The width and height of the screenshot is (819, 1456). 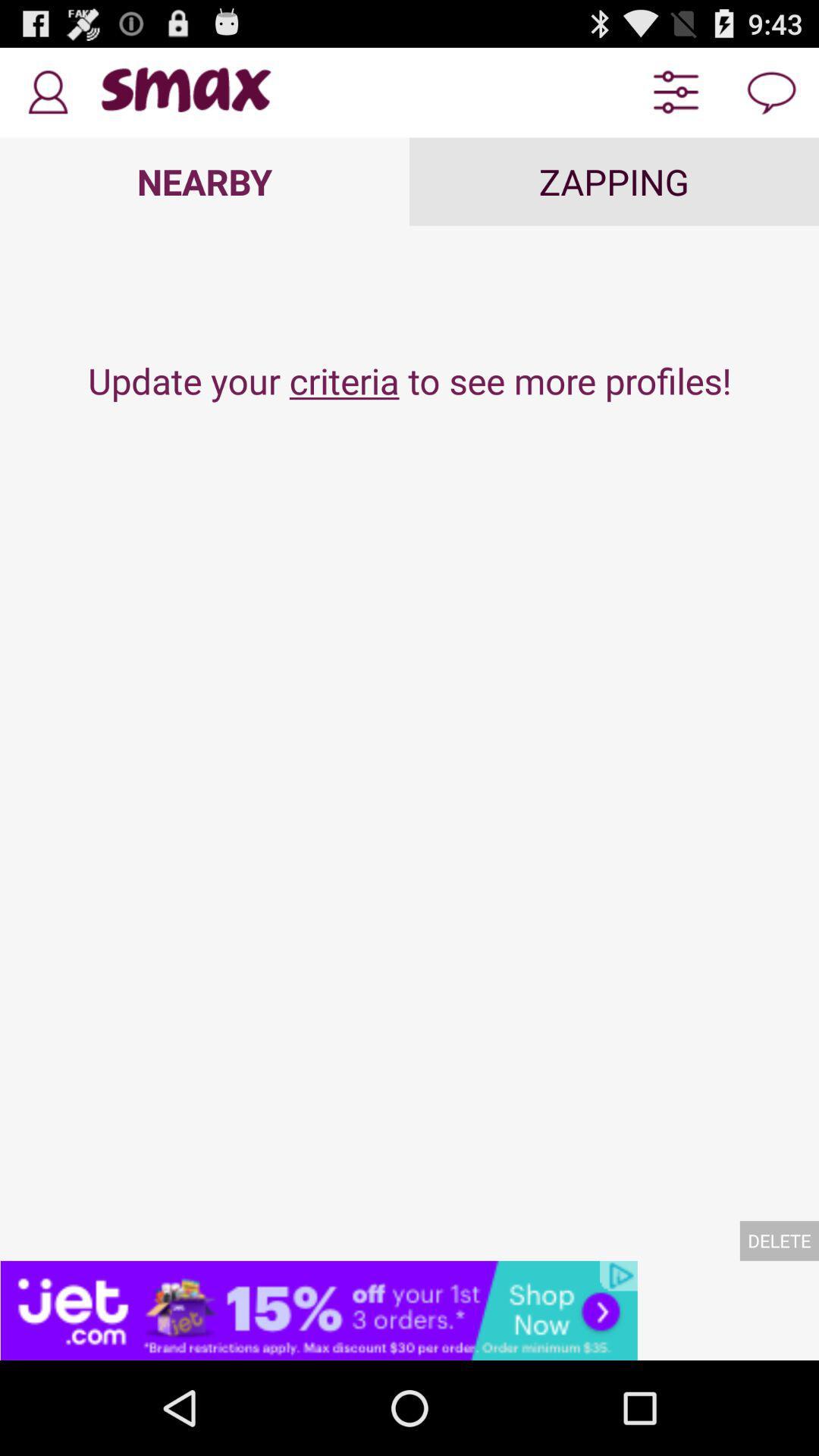 What do you see at coordinates (46, 98) in the screenshot?
I see `the avatar icon` at bounding box center [46, 98].